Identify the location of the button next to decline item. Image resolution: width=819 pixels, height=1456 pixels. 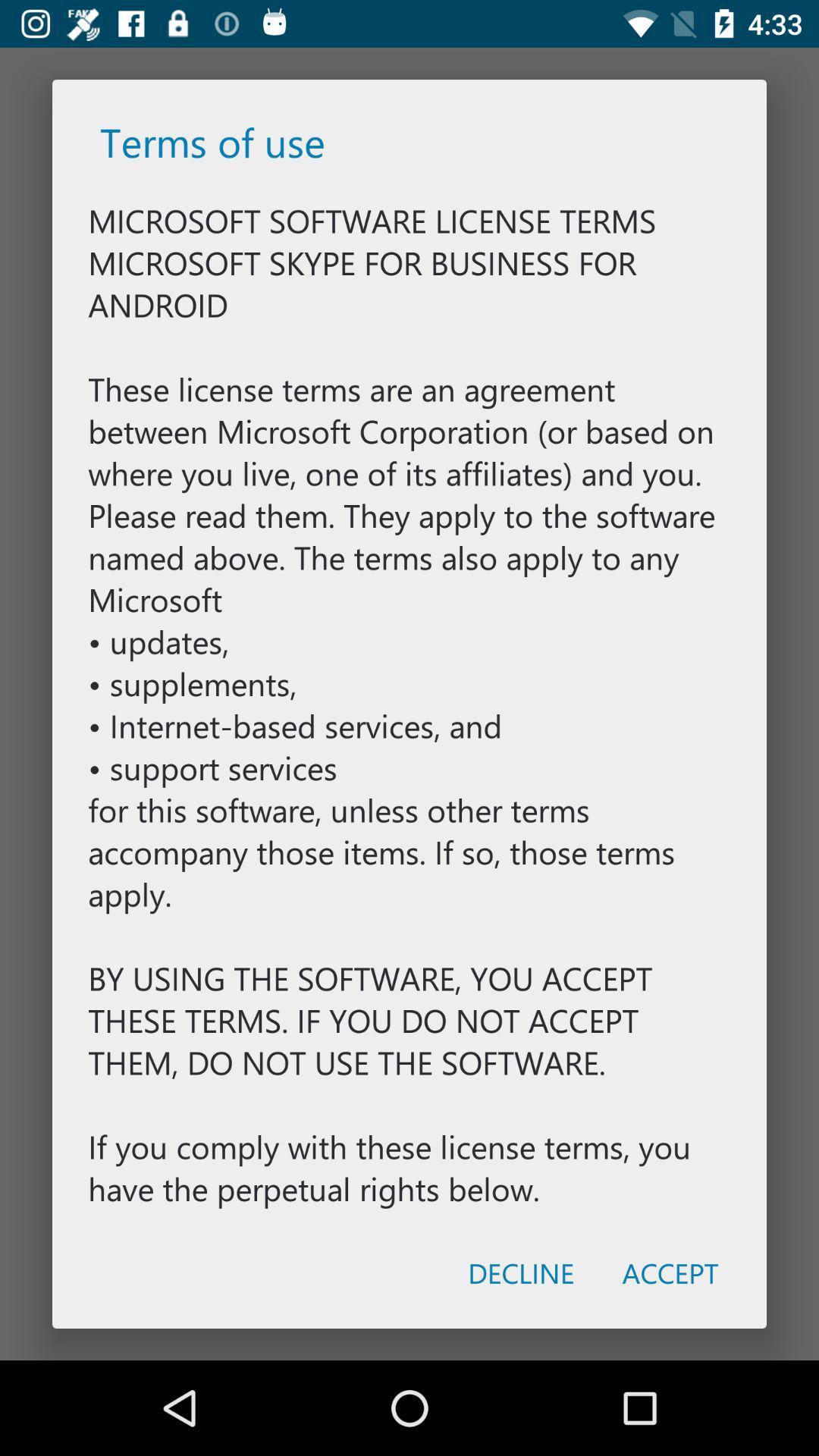
(670, 1272).